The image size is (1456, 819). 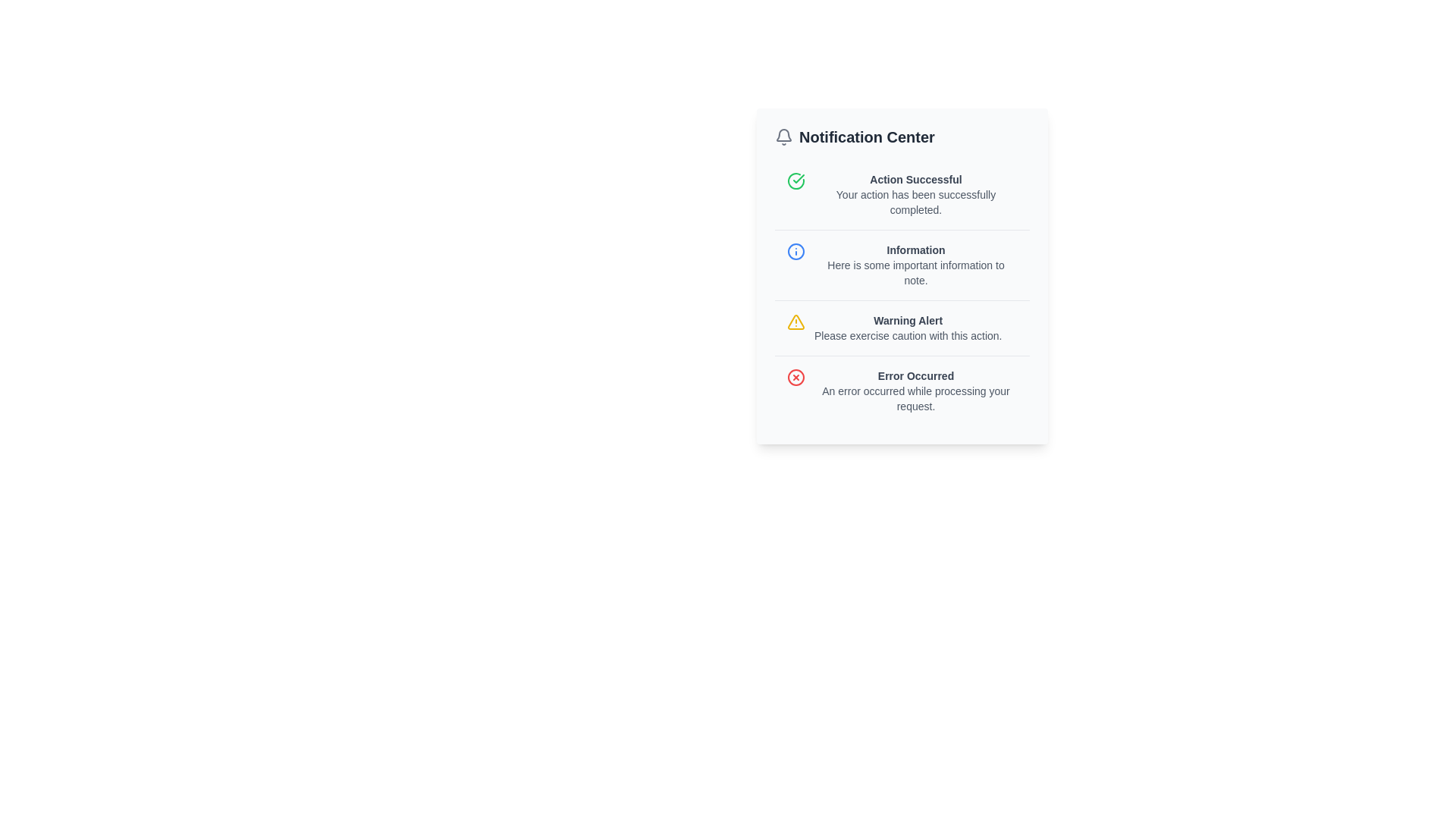 I want to click on the 'Action Successful' text label, which is styled as a header in a bold, small-sized font with grayish coloring, located in the notification center panel, so click(x=915, y=178).